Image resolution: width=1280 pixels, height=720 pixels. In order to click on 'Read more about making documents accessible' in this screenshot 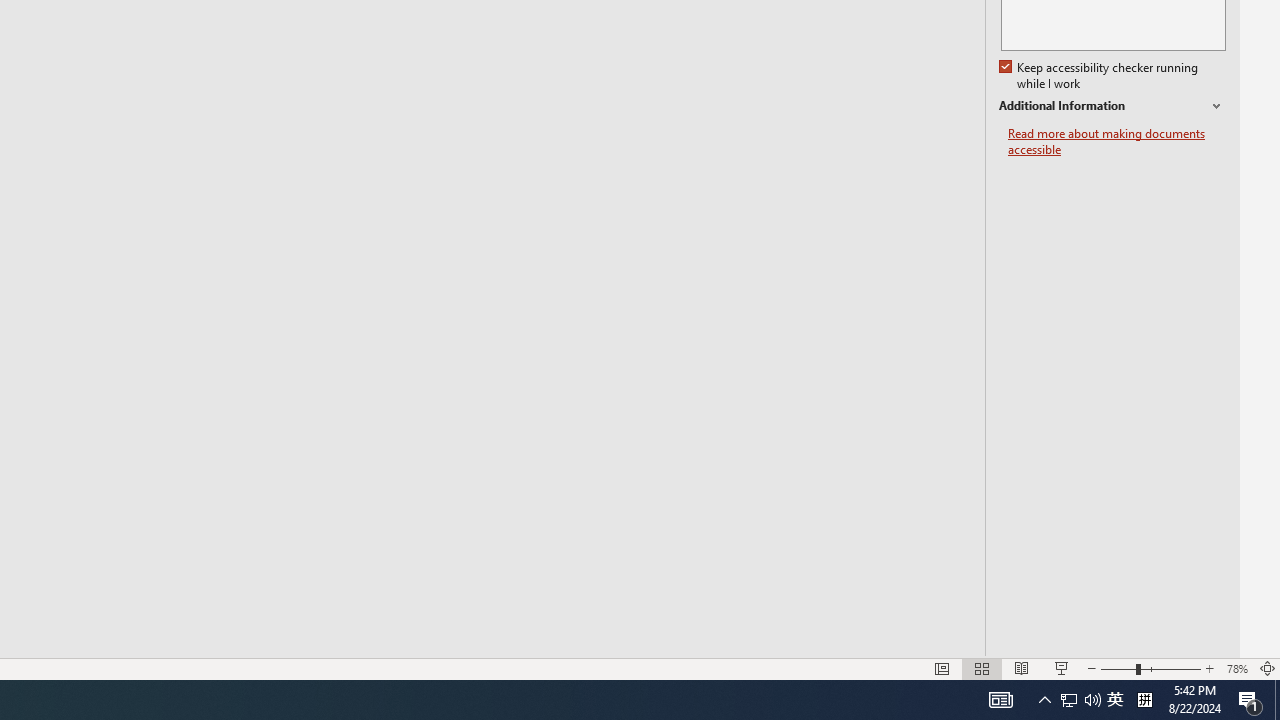, I will do `click(1116, 141)`.